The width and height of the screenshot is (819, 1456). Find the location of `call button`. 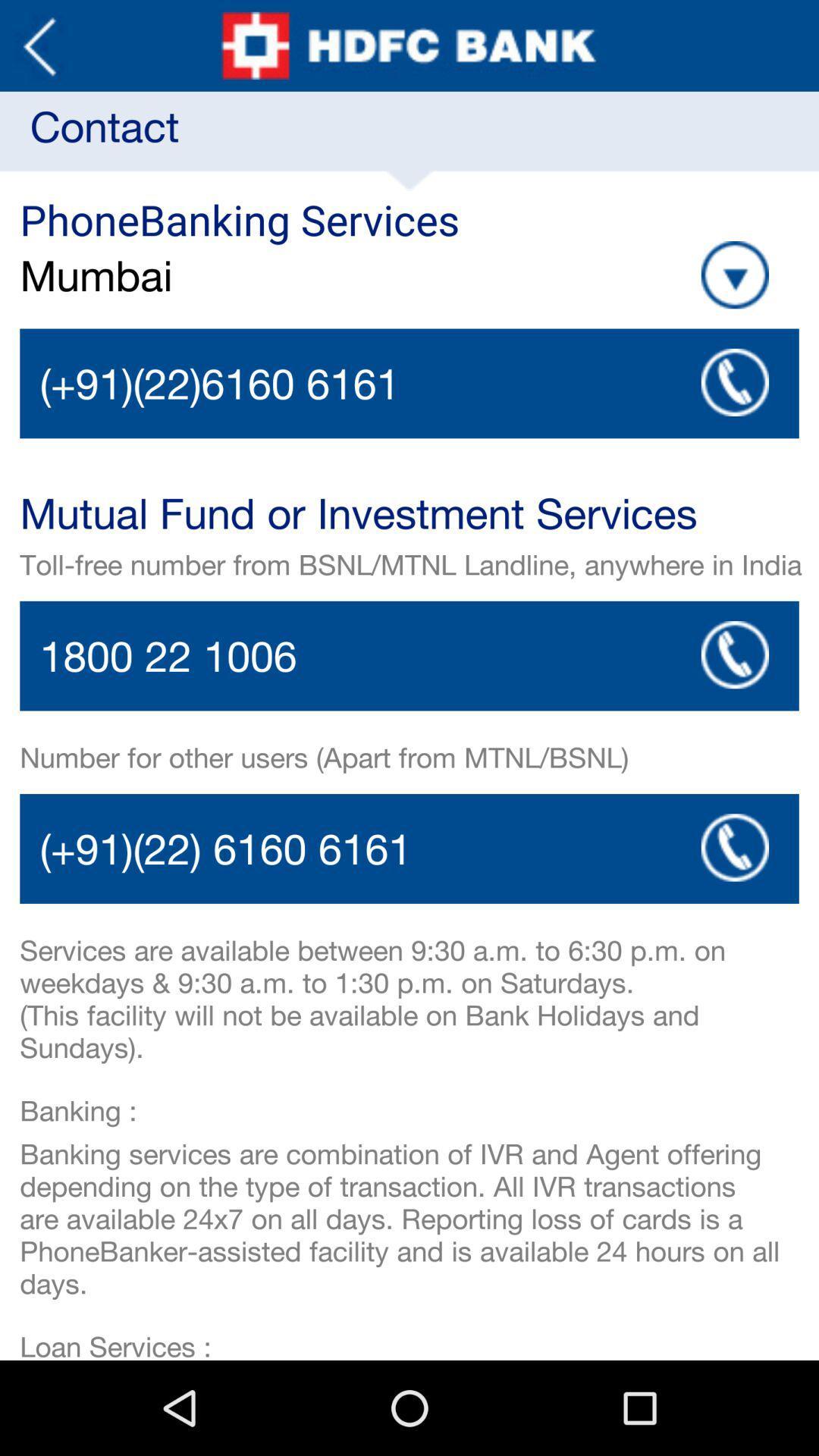

call button is located at coordinates (734, 654).